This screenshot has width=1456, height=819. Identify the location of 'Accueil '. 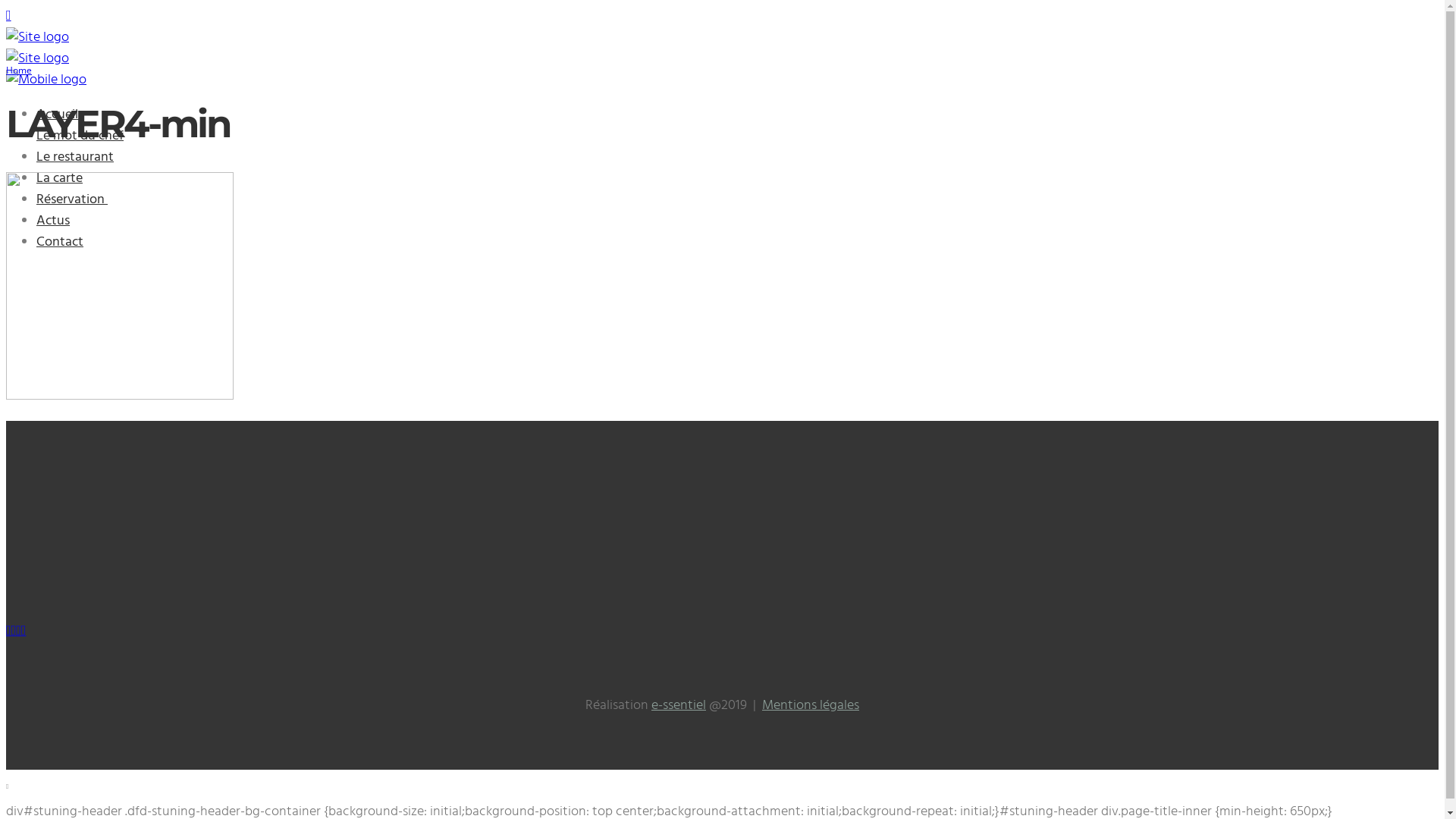
(36, 114).